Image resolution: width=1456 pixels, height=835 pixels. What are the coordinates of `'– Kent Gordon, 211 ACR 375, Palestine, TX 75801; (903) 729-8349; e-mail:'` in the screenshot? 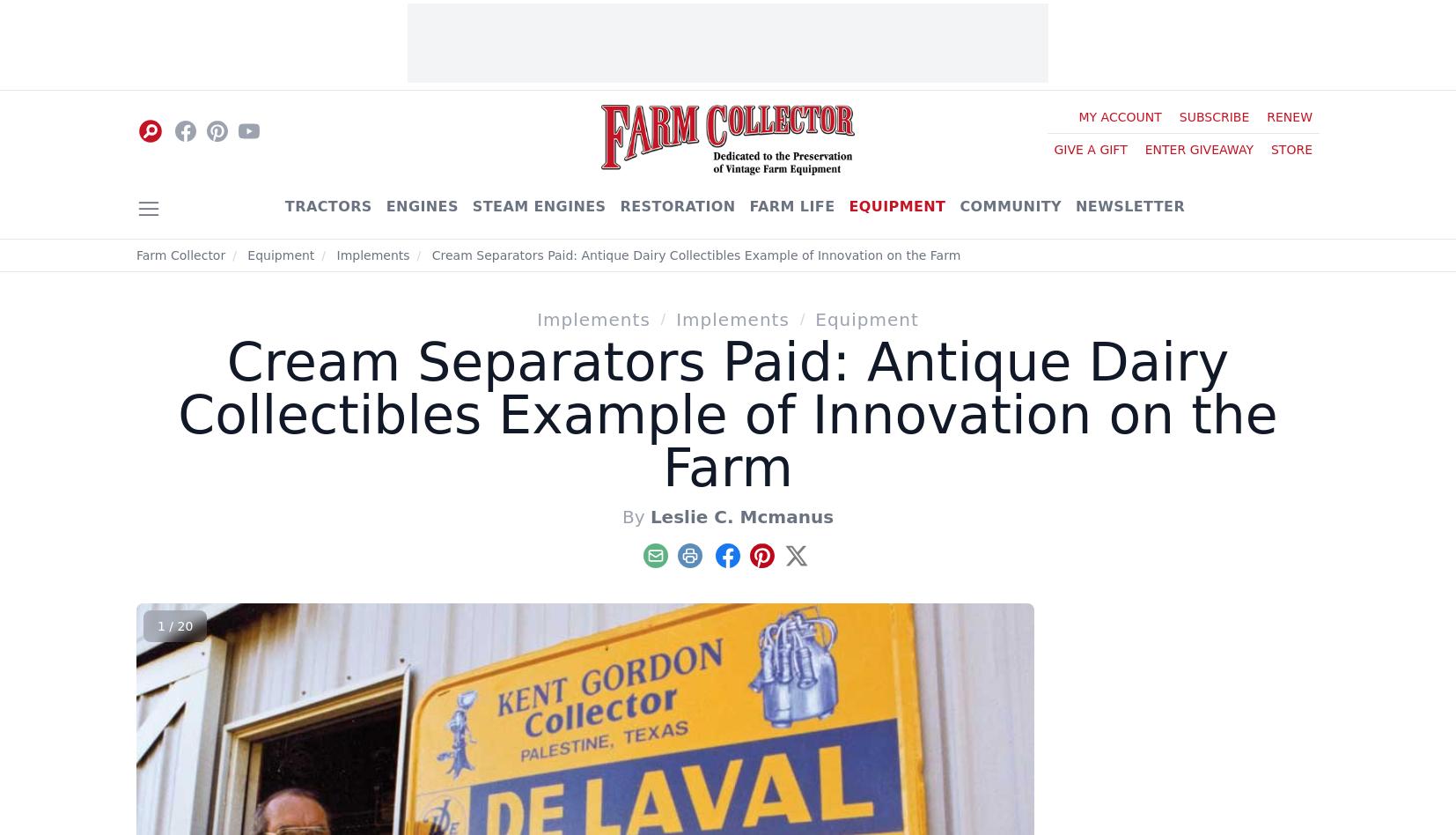 It's located at (540, 326).